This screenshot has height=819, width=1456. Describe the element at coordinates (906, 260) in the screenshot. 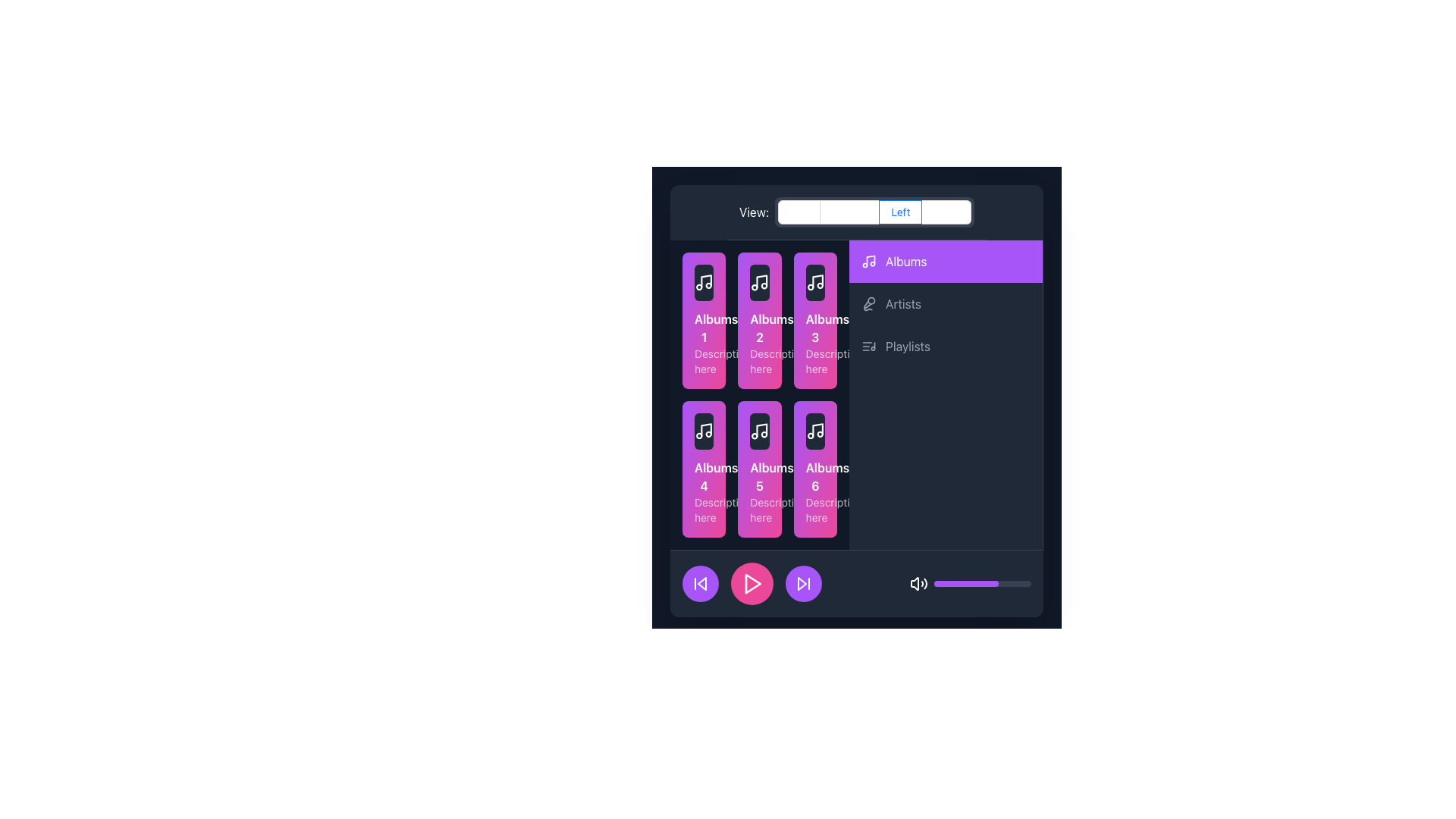

I see `the 'Albums' label in the purple navigation tab located in the sidebar, which is centrally aligned and positioned to the right of a music icon` at that location.